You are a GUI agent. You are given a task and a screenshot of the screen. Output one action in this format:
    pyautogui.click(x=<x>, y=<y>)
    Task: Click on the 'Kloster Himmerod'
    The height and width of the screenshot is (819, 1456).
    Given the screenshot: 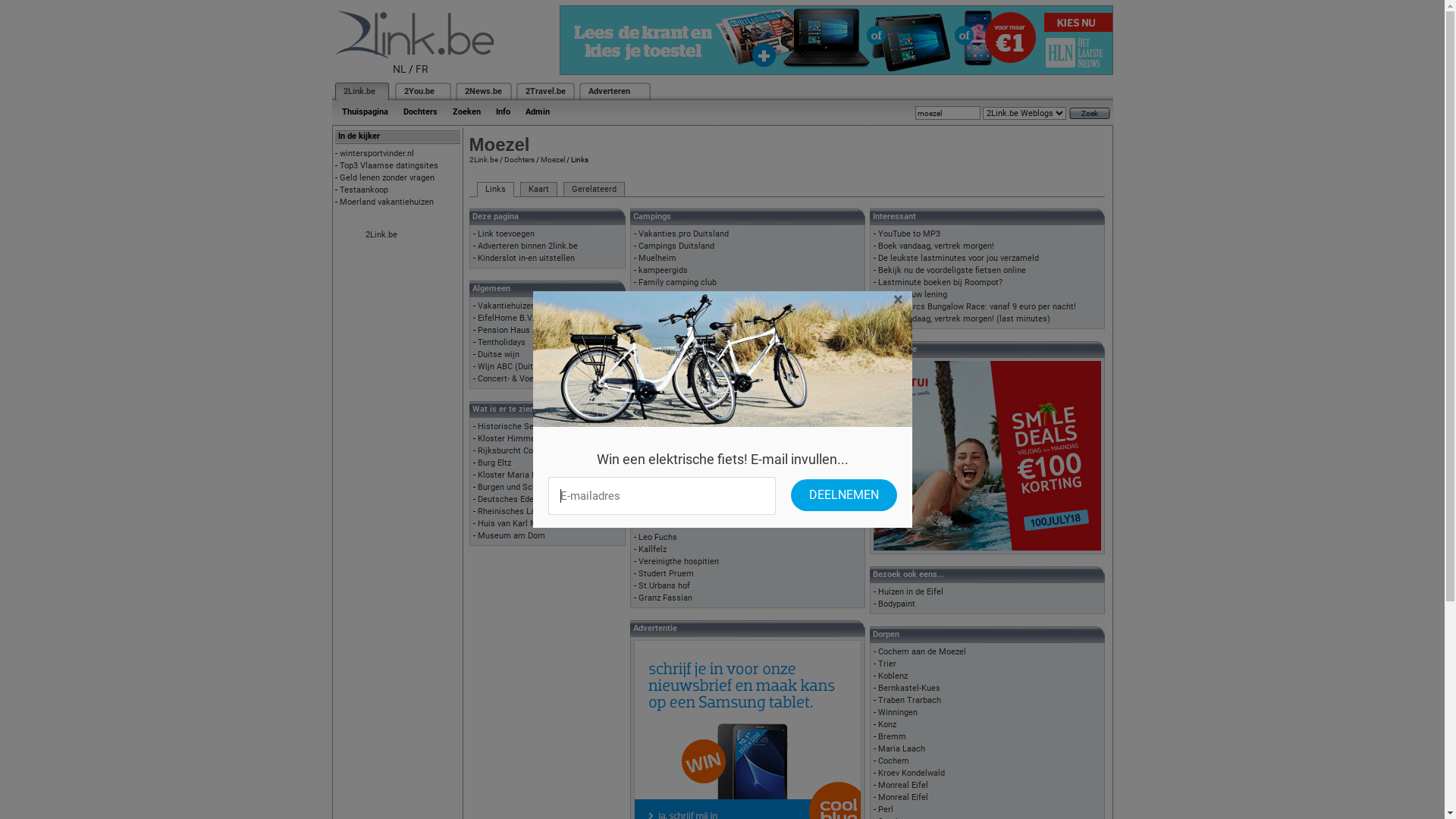 What is the action you would take?
    pyautogui.click(x=476, y=438)
    